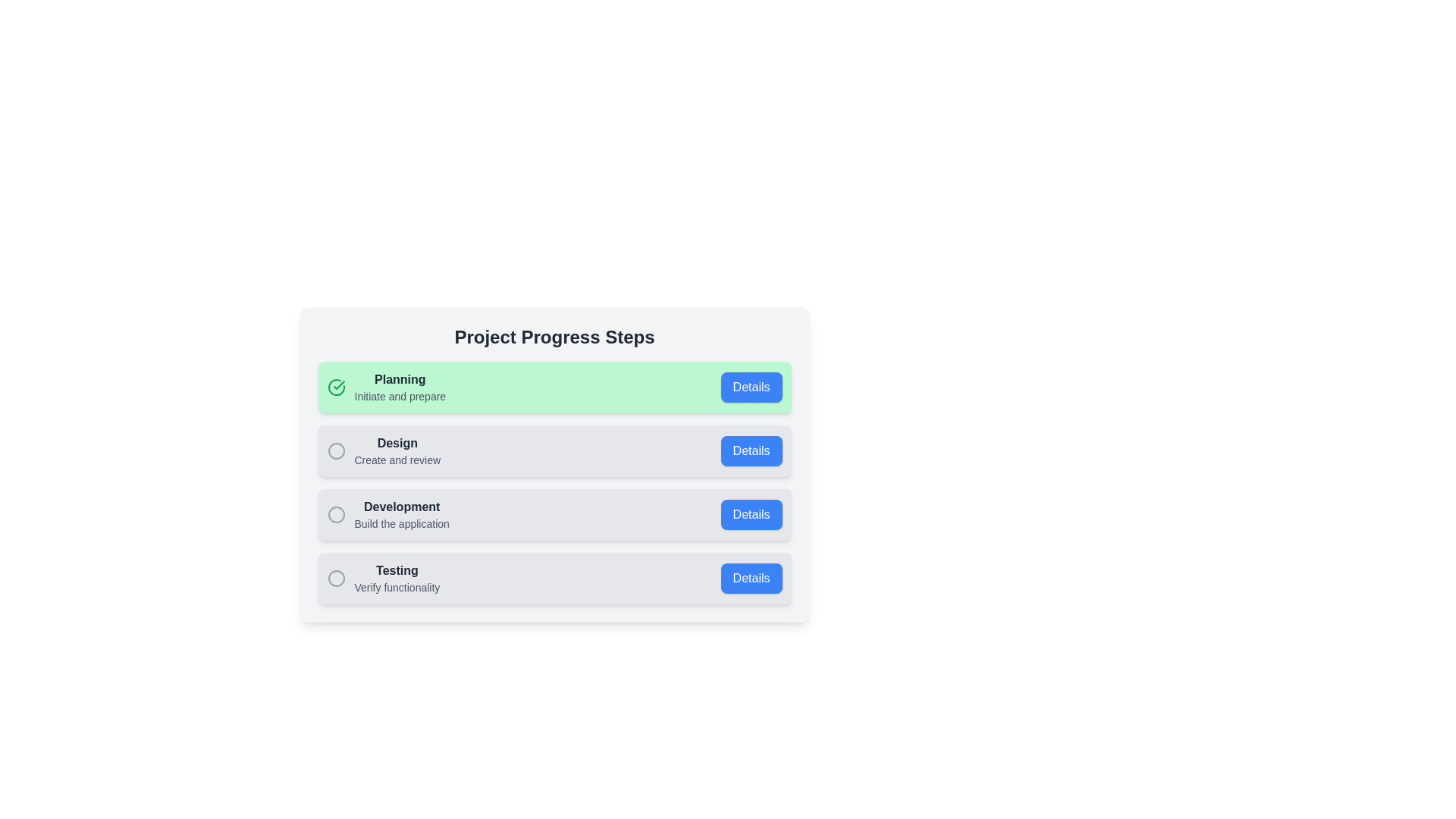 The height and width of the screenshot is (819, 1456). I want to click on 'Details' button for the Testing step, so click(751, 579).